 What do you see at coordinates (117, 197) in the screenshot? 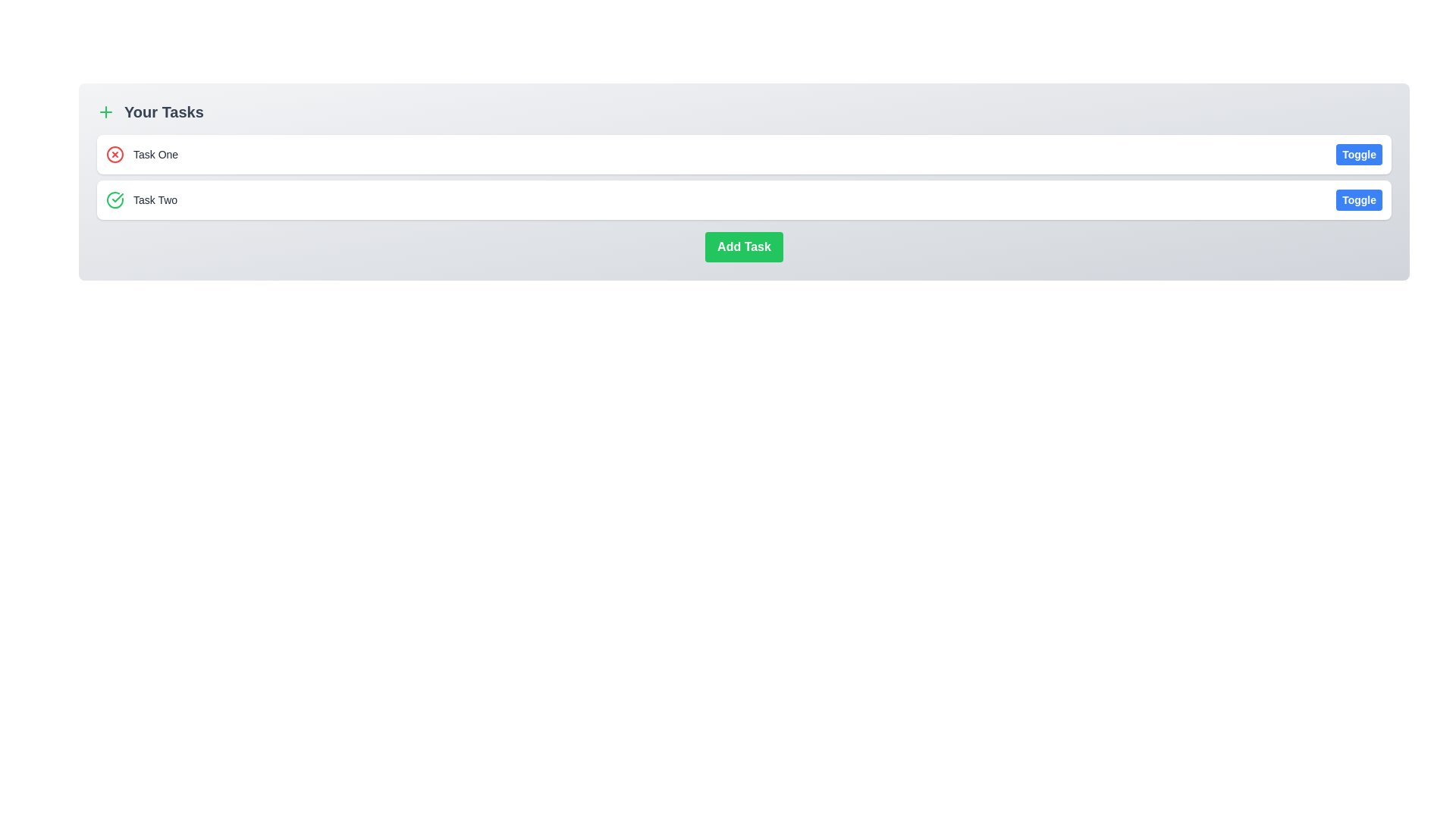
I see `the green checkmark icon, which is a vector graphic with a curved check line` at bounding box center [117, 197].